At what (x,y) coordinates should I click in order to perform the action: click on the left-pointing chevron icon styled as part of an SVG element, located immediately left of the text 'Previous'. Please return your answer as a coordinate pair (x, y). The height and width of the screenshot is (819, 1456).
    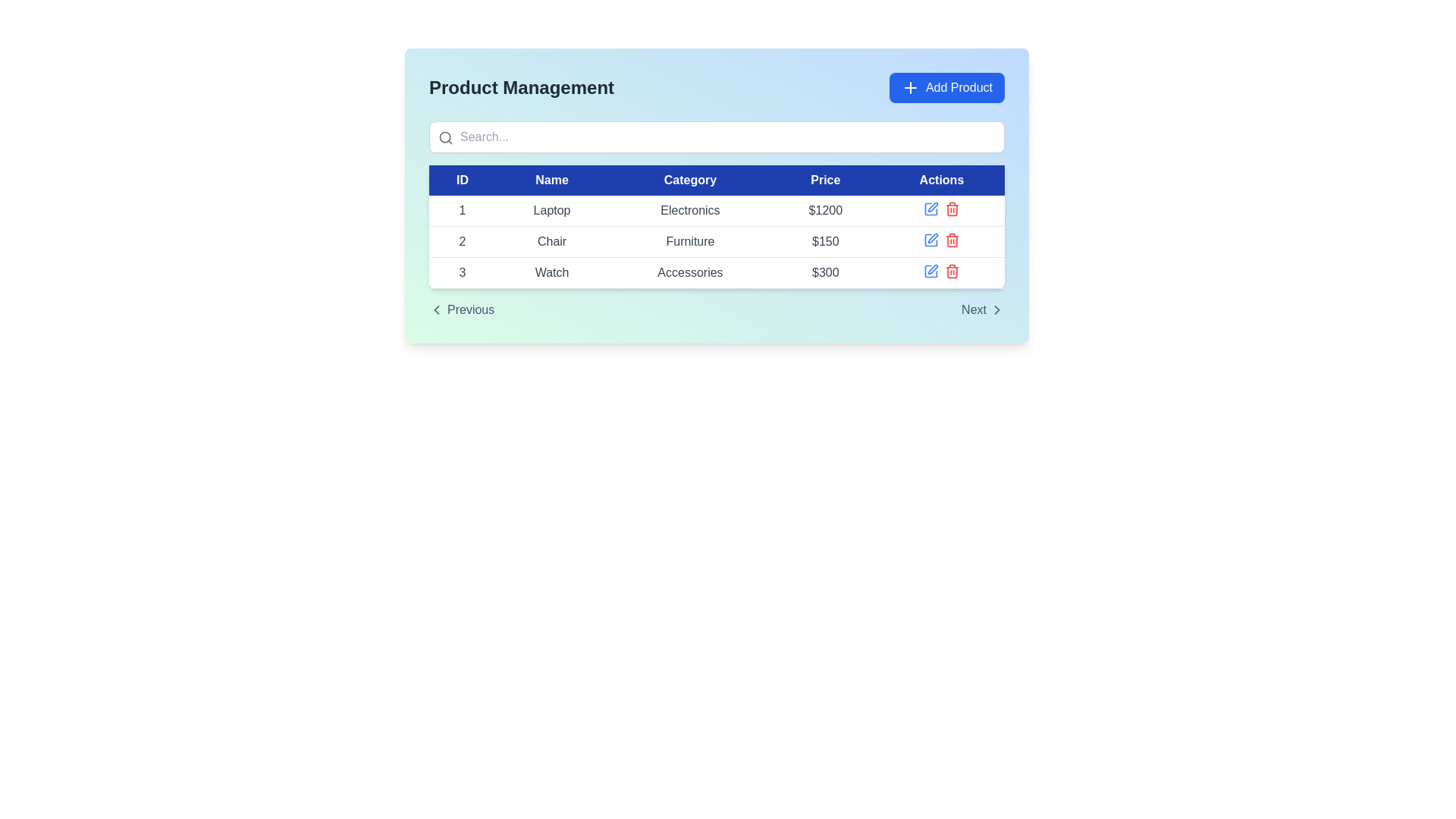
    Looking at the image, I should click on (436, 309).